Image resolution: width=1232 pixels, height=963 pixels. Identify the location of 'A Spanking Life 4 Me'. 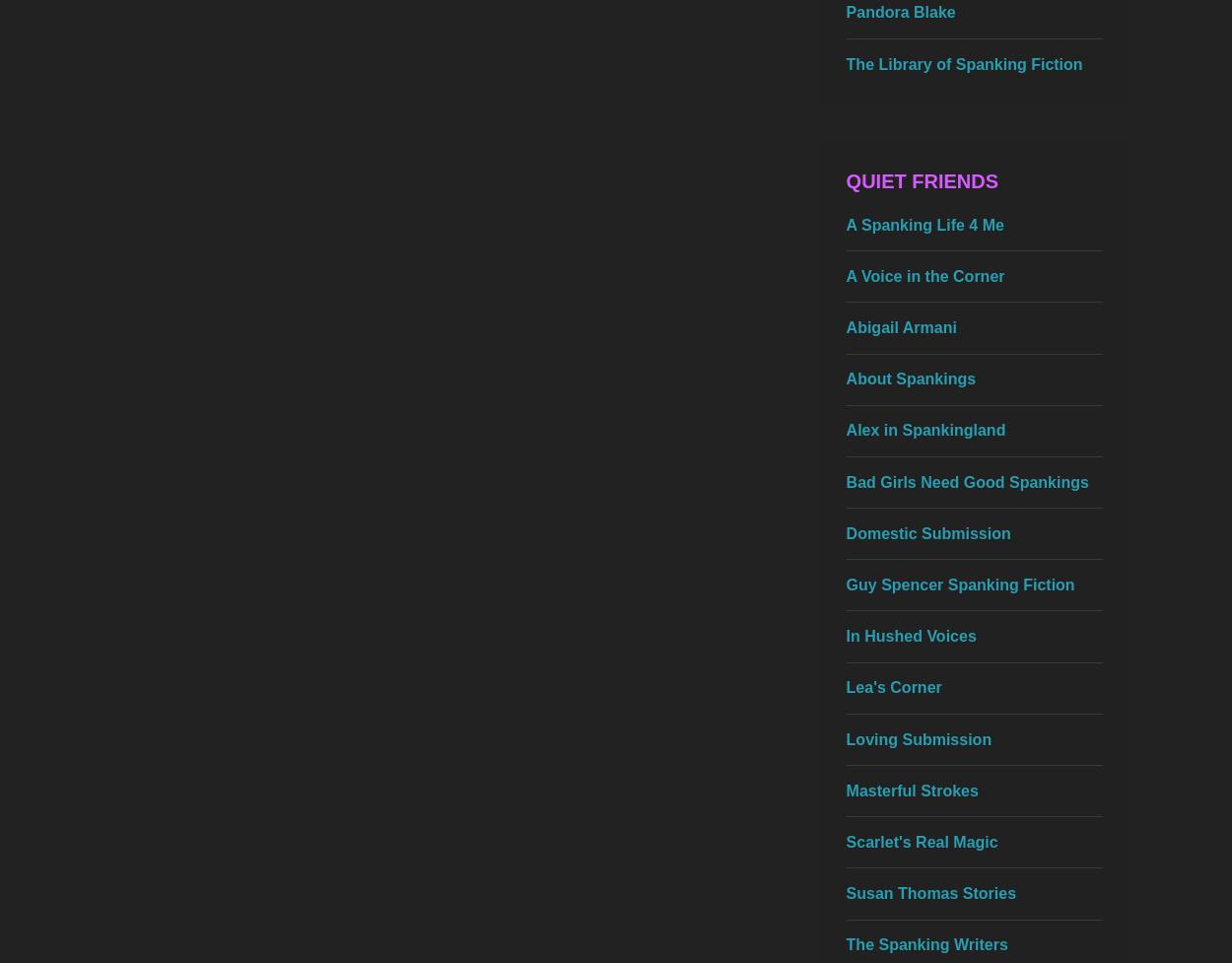
(924, 223).